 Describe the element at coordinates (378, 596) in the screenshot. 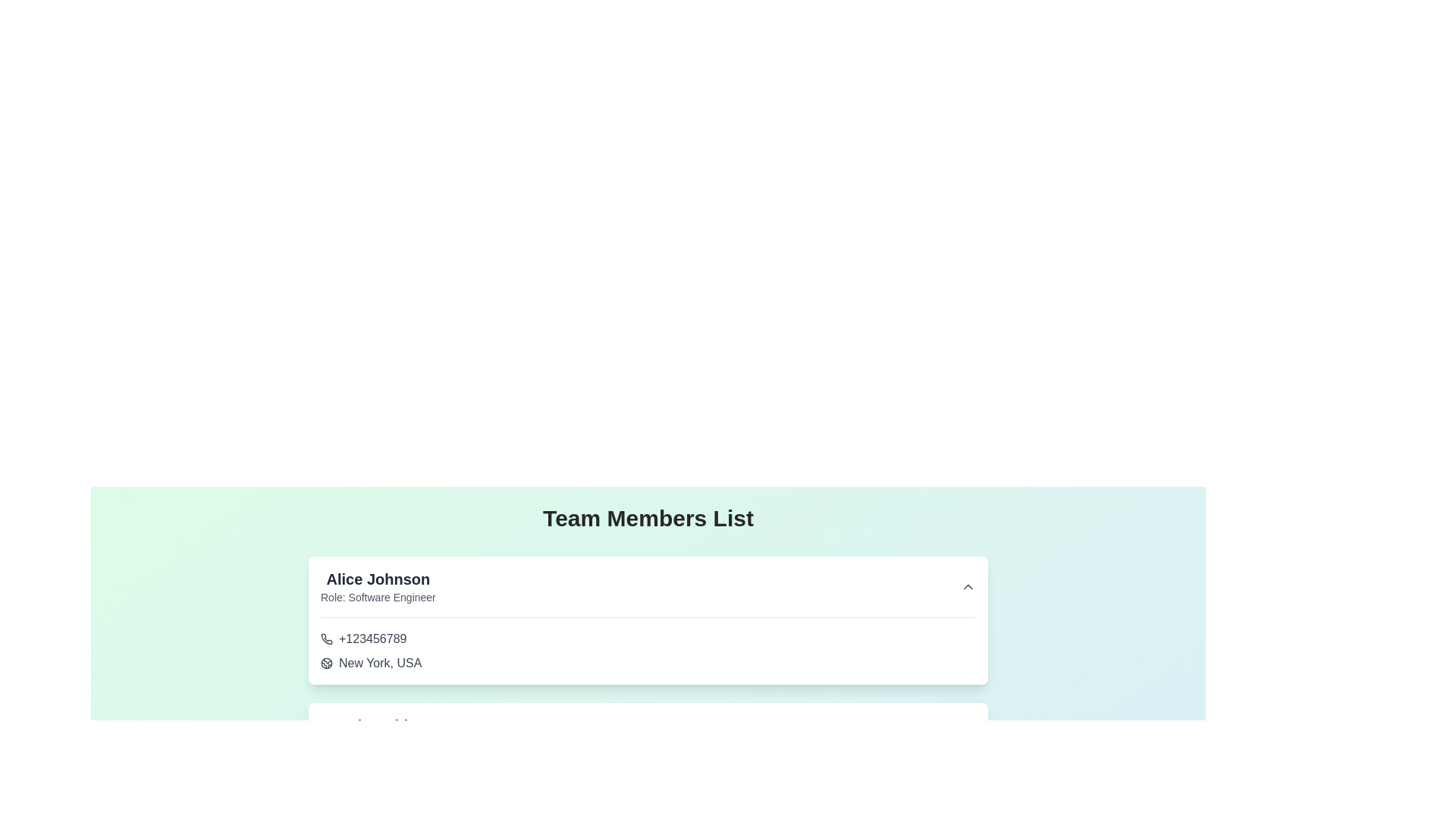

I see `information displayed in the text label showing 'Role: Software Engineer', which is styled in gray and located below the name 'Alice Johnson' on the card` at that location.